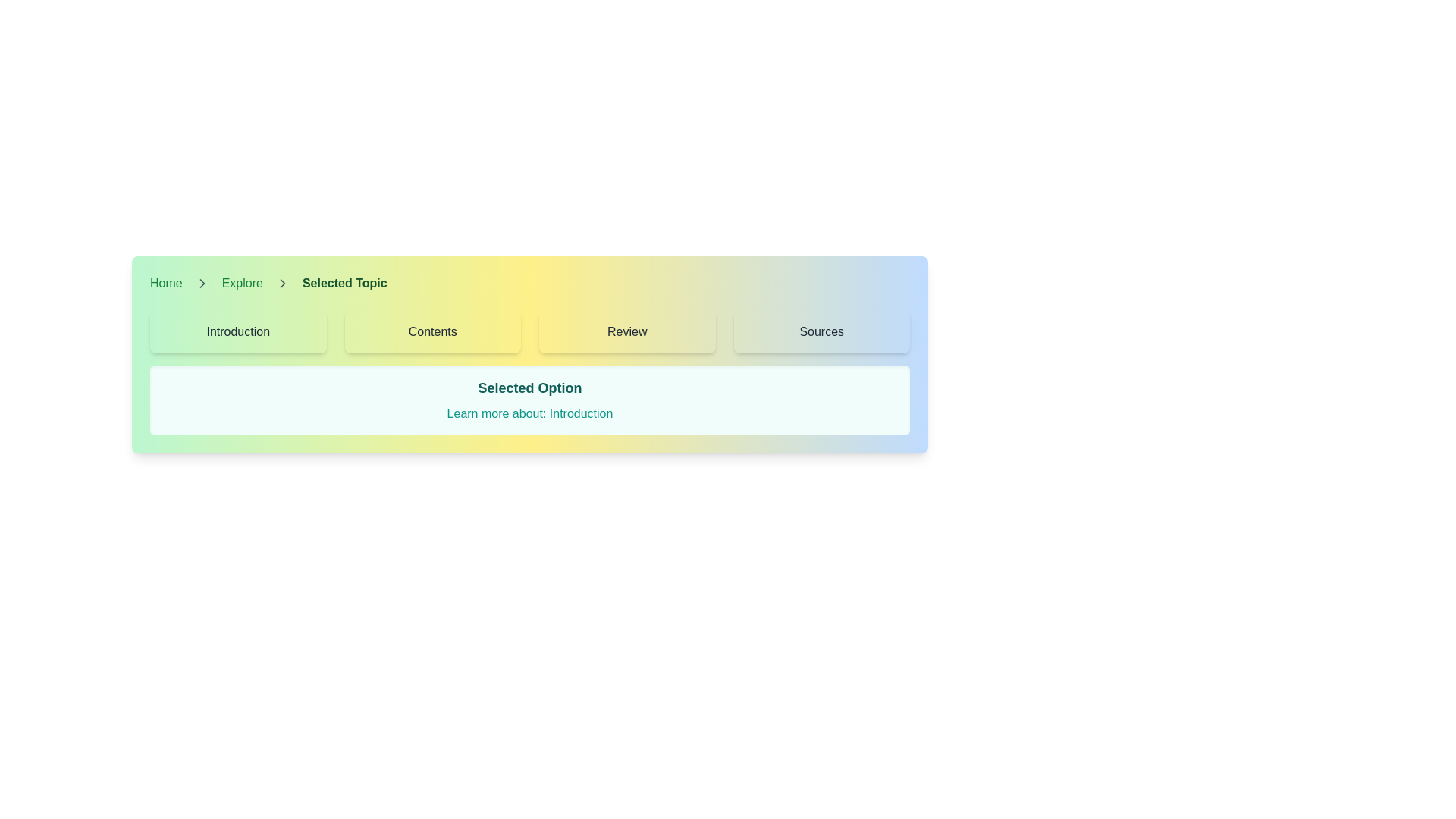  What do you see at coordinates (282, 284) in the screenshot?
I see `the second chevron icon in the breadcrumb navigation bar, which is positioned to the right of the 'Explore' link and to the left of the 'Selected Topic' text` at bounding box center [282, 284].